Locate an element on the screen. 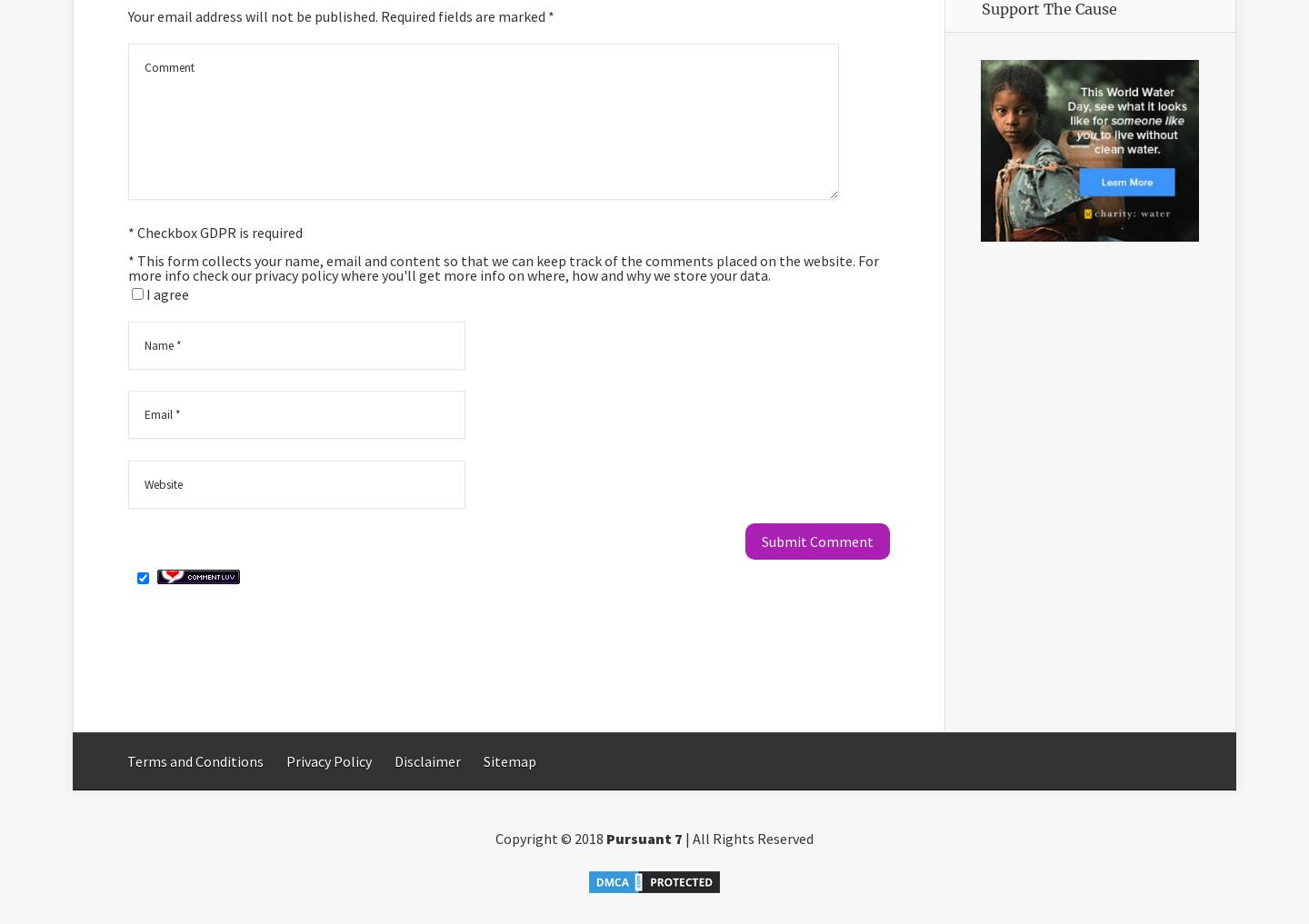 This screenshot has height=924, width=1309. 'Disclaimer' is located at coordinates (395, 760).